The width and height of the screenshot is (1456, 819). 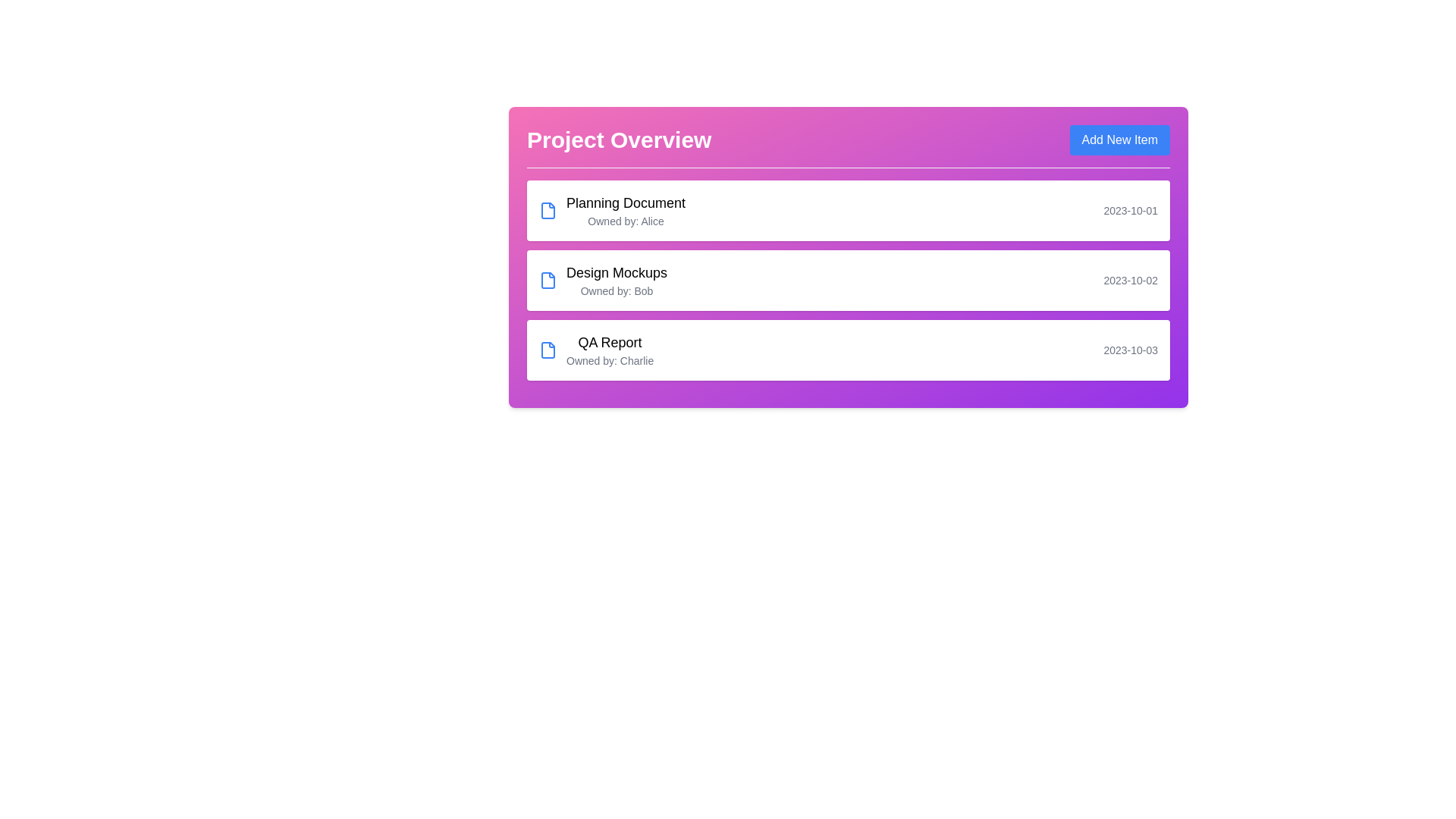 I want to click on the text label that identifies the 'QA Report' item in the project overview layout, so click(x=610, y=342).